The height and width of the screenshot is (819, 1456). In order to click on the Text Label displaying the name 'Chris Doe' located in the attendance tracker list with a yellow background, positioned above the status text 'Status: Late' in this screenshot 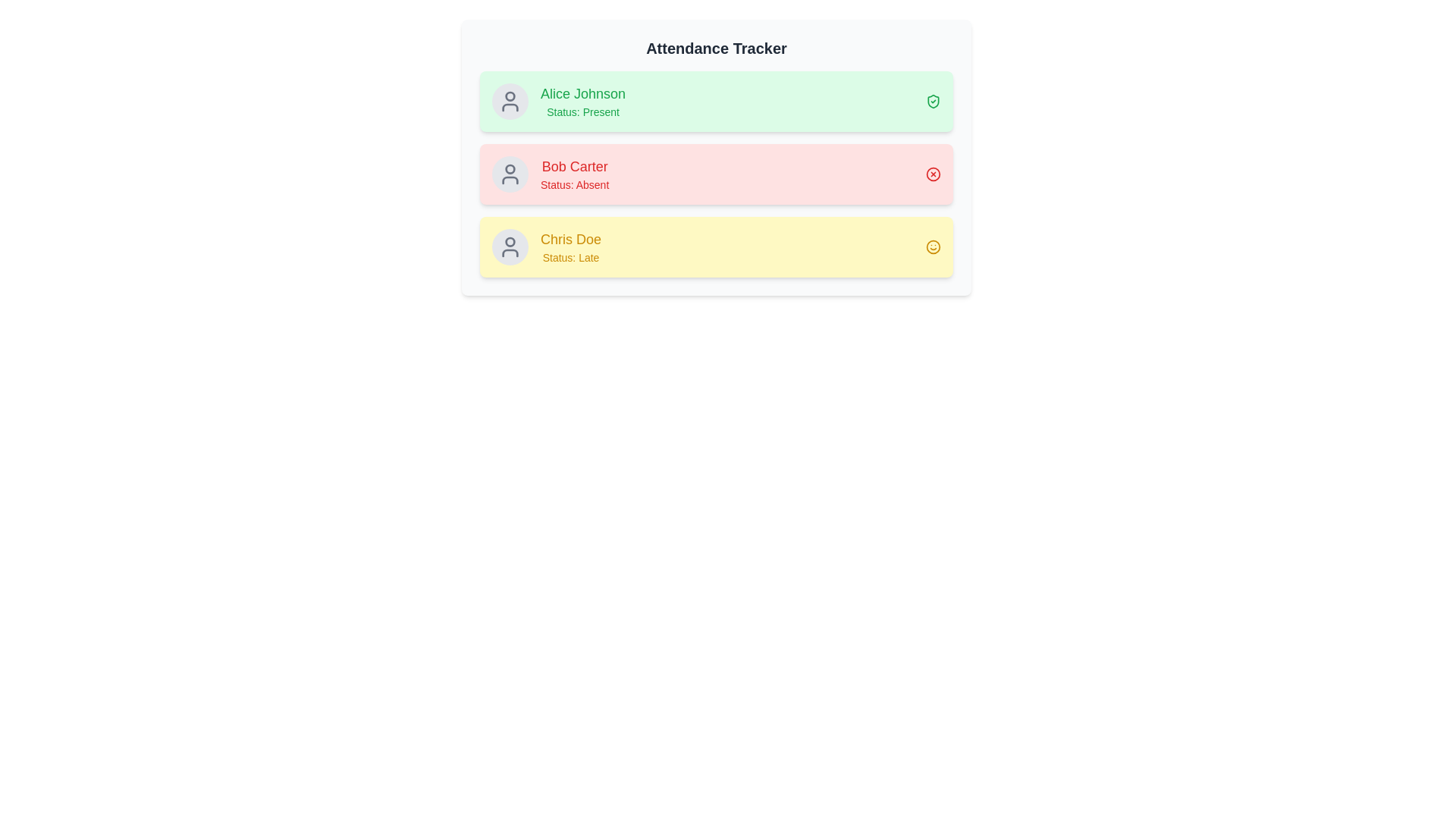, I will do `click(570, 239)`.